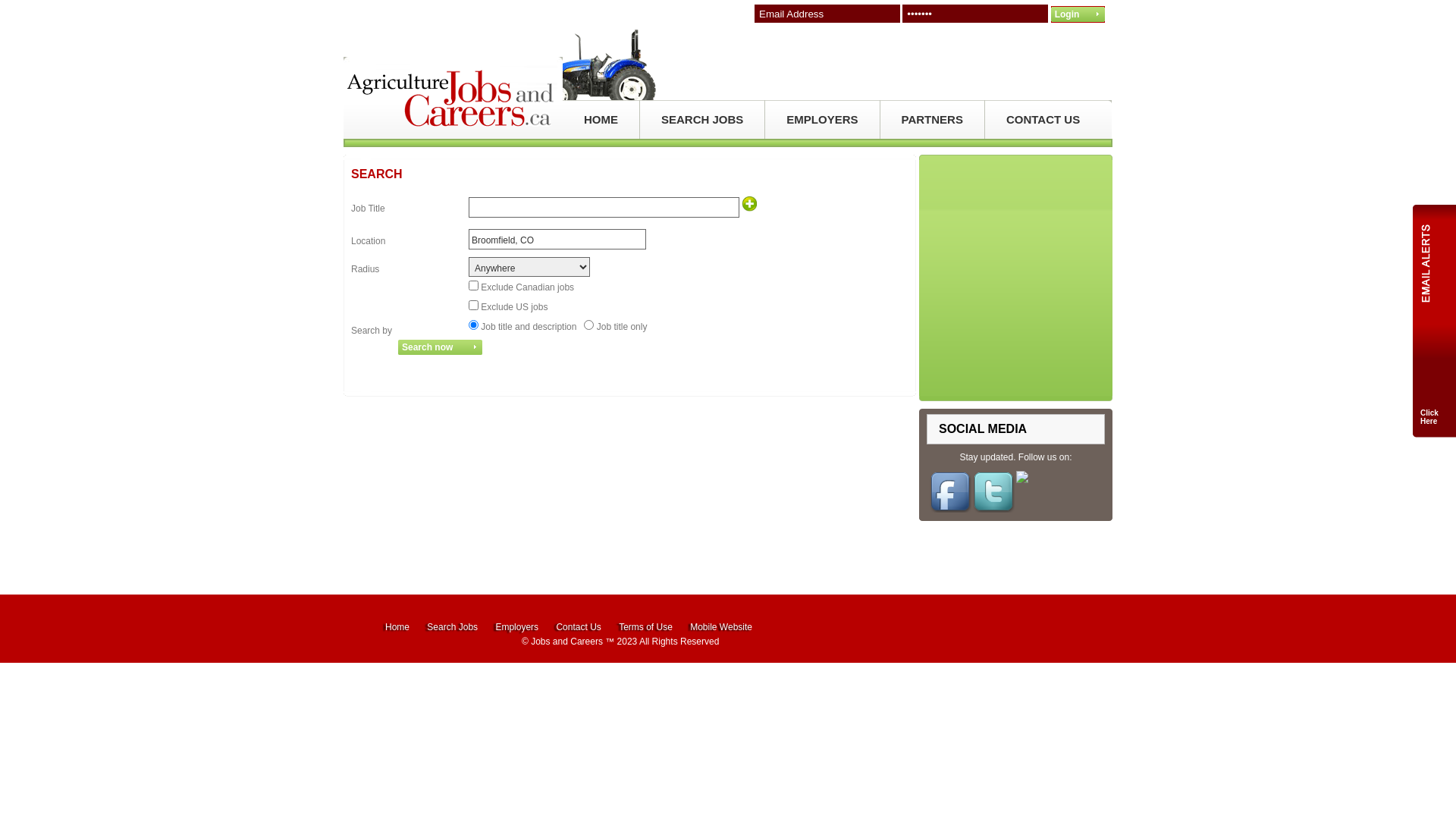  I want to click on 'SEARCH JOBS', so click(640, 118).